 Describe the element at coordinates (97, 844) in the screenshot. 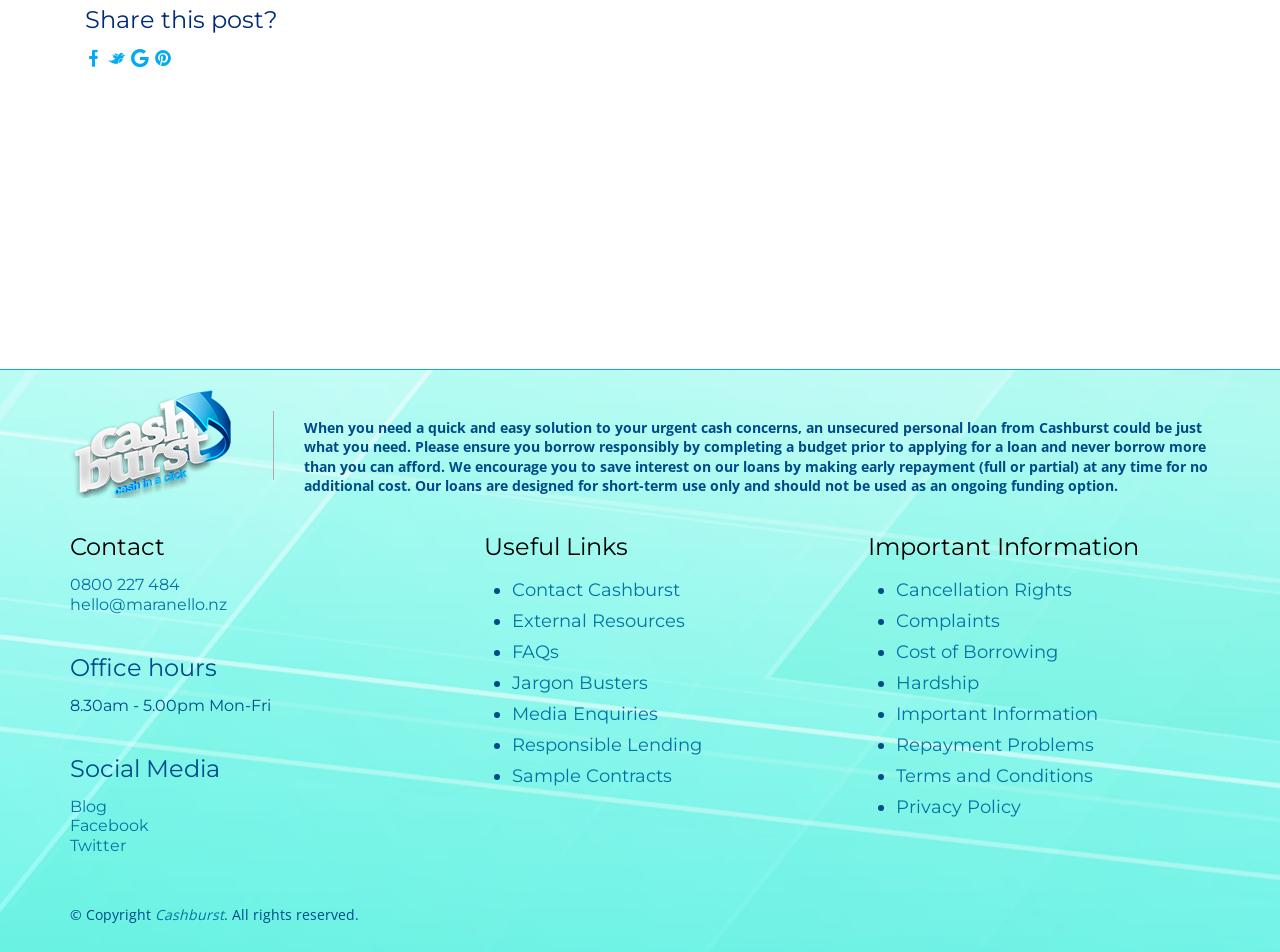

I see `'Twitter'` at that location.